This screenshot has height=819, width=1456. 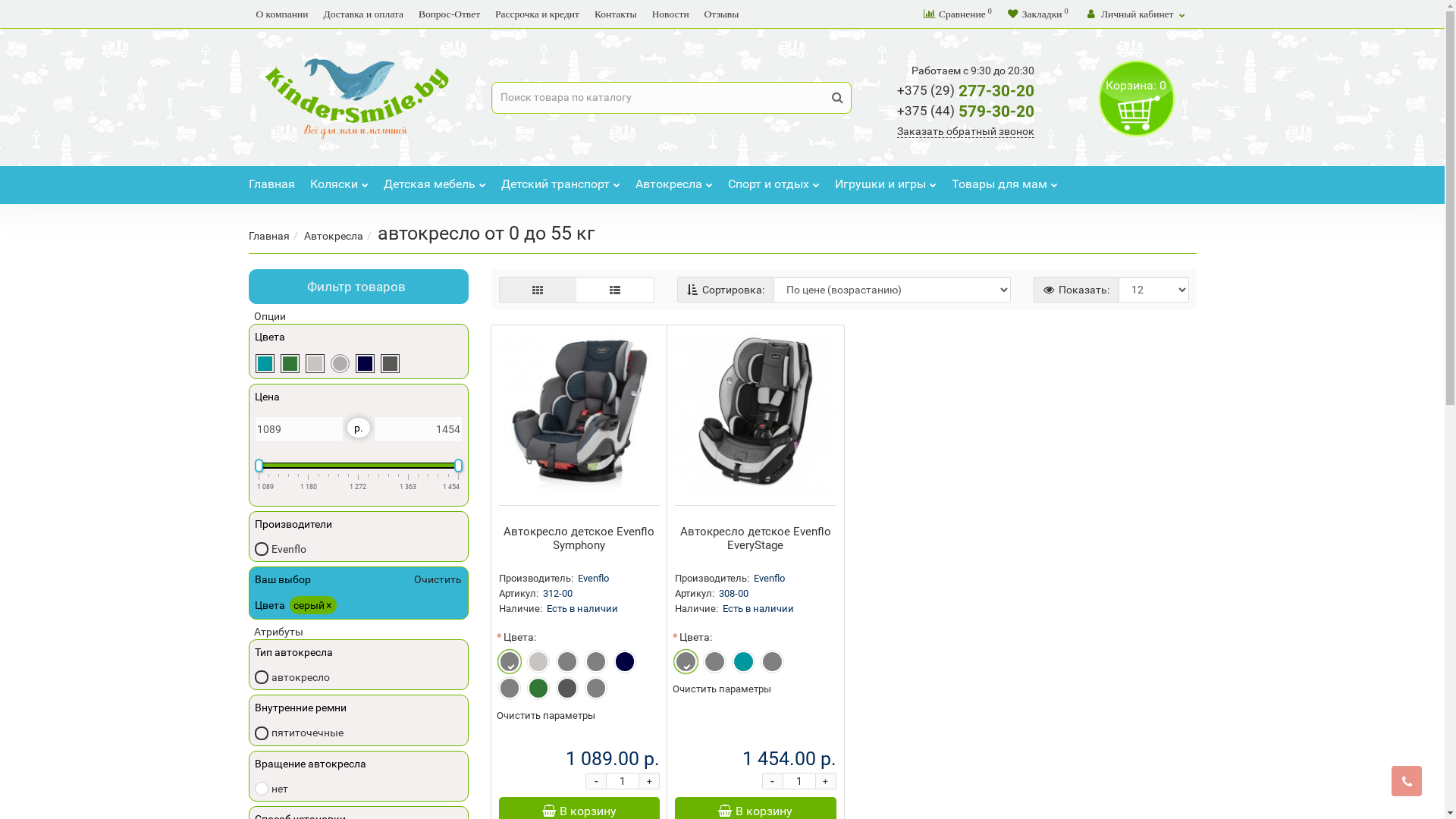 What do you see at coordinates (595, 780) in the screenshot?
I see `'-'` at bounding box center [595, 780].